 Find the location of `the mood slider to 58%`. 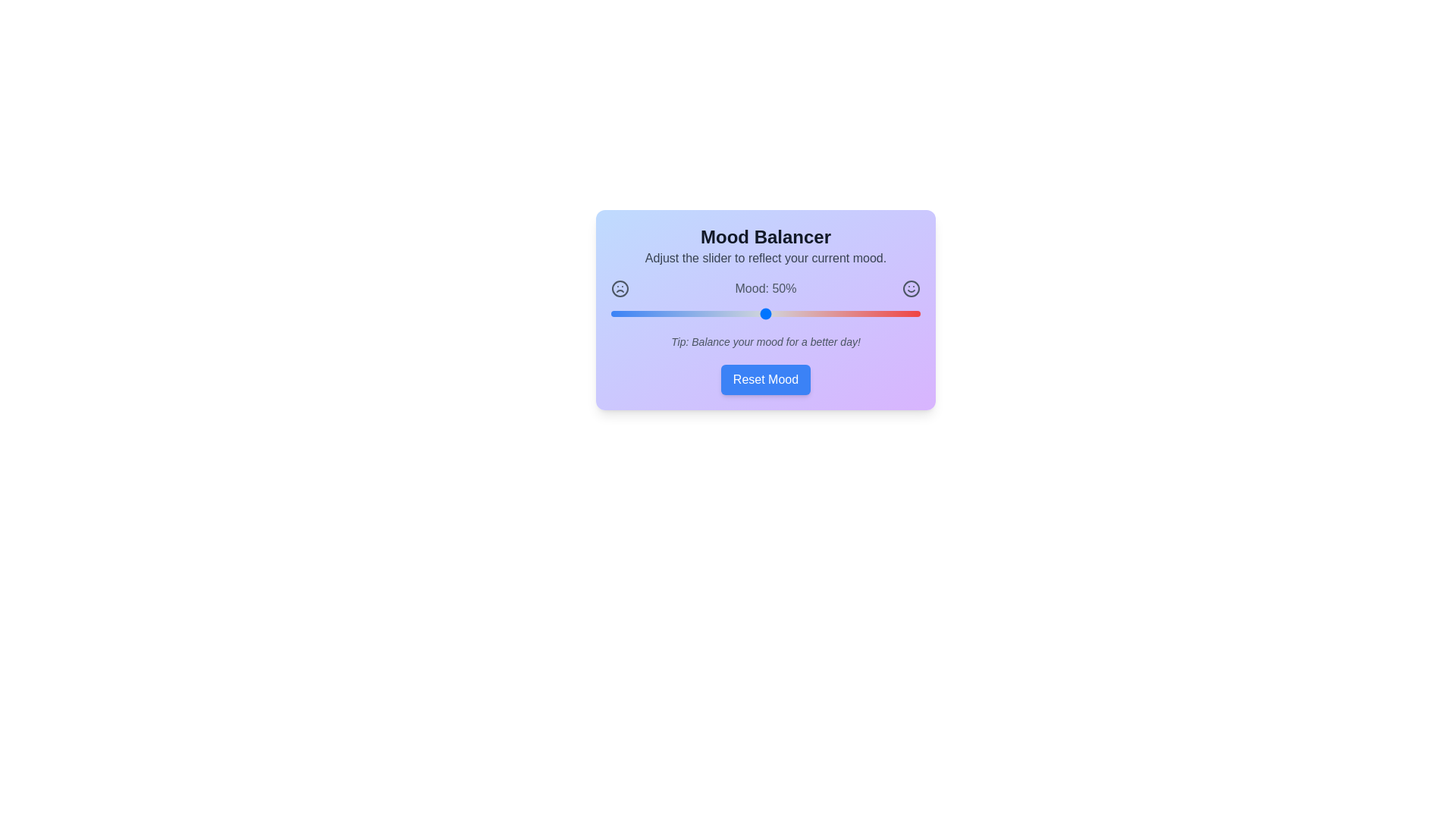

the mood slider to 58% is located at coordinates (789, 312).